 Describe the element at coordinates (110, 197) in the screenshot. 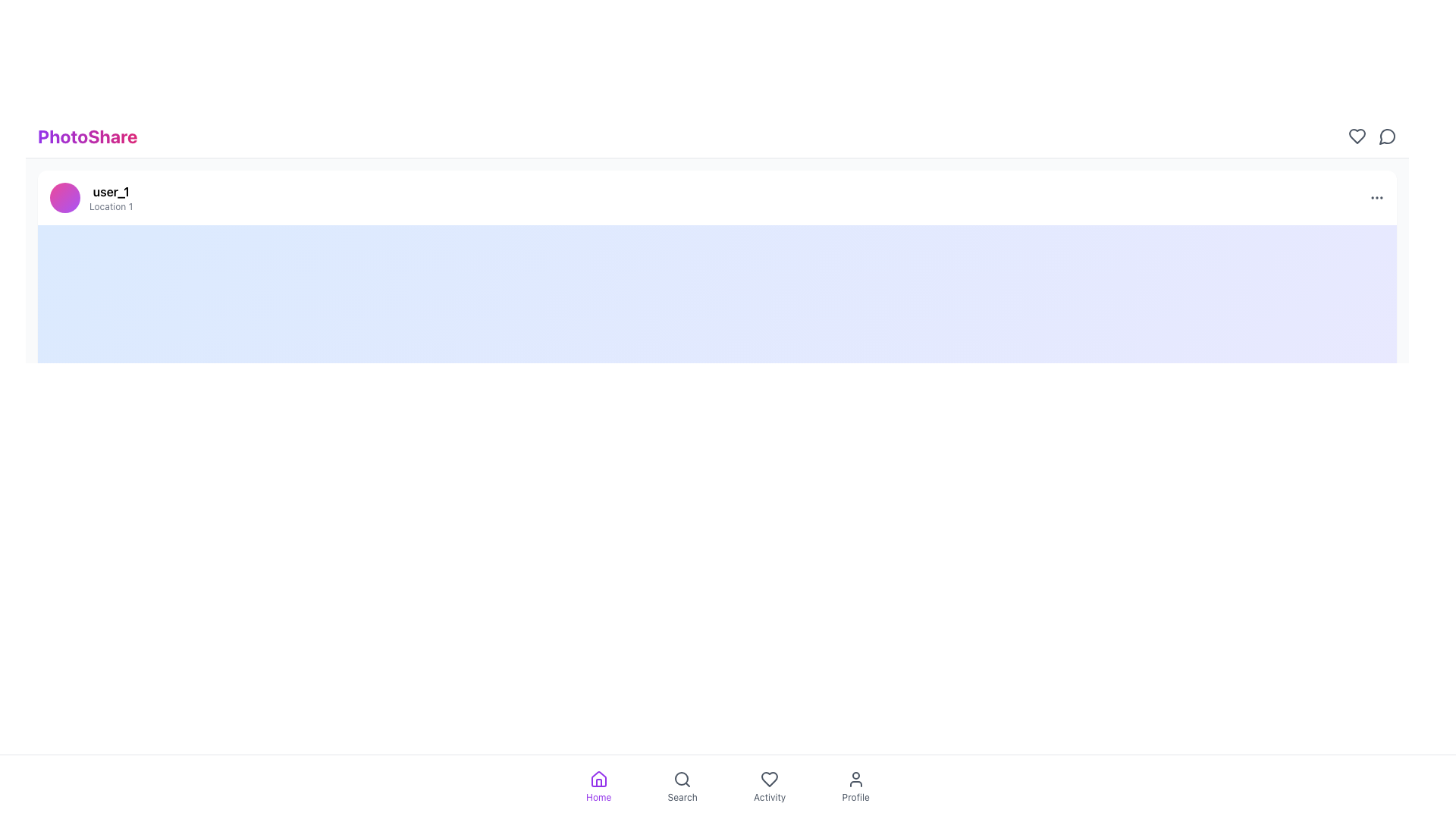

I see `the user header text block that displays a username and location, which is positioned to the right of a circular avatar in a flex layout` at that location.